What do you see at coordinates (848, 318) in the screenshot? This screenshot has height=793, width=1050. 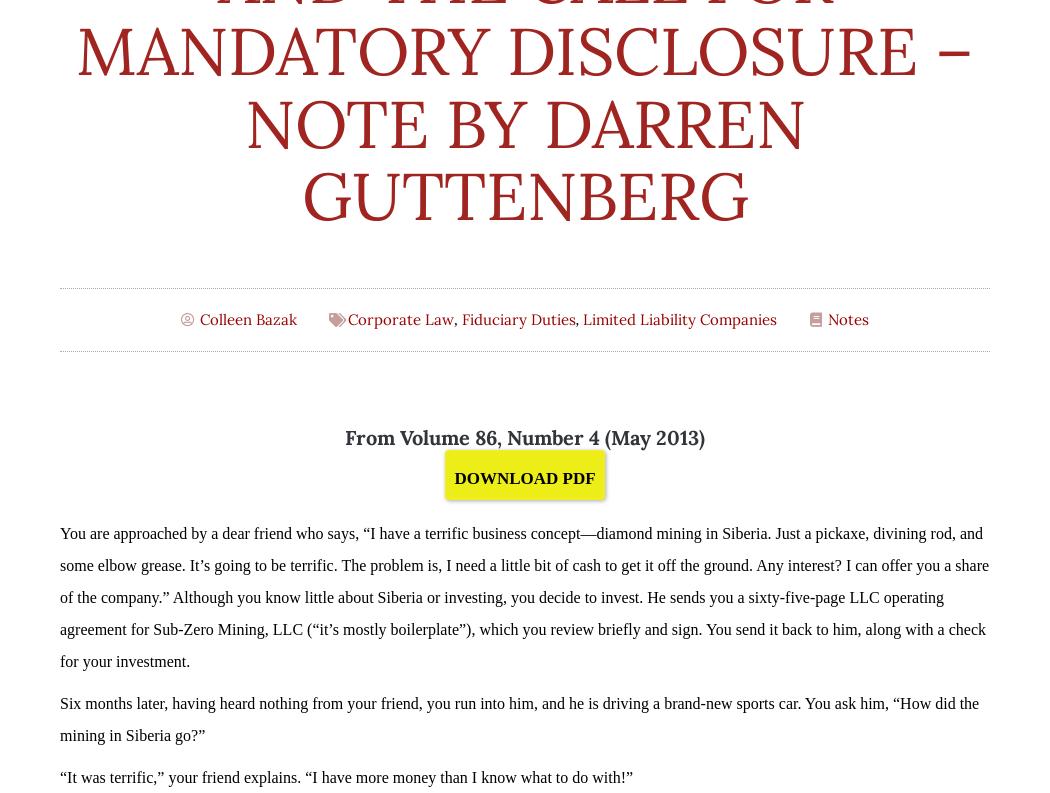 I see `'Notes'` at bounding box center [848, 318].